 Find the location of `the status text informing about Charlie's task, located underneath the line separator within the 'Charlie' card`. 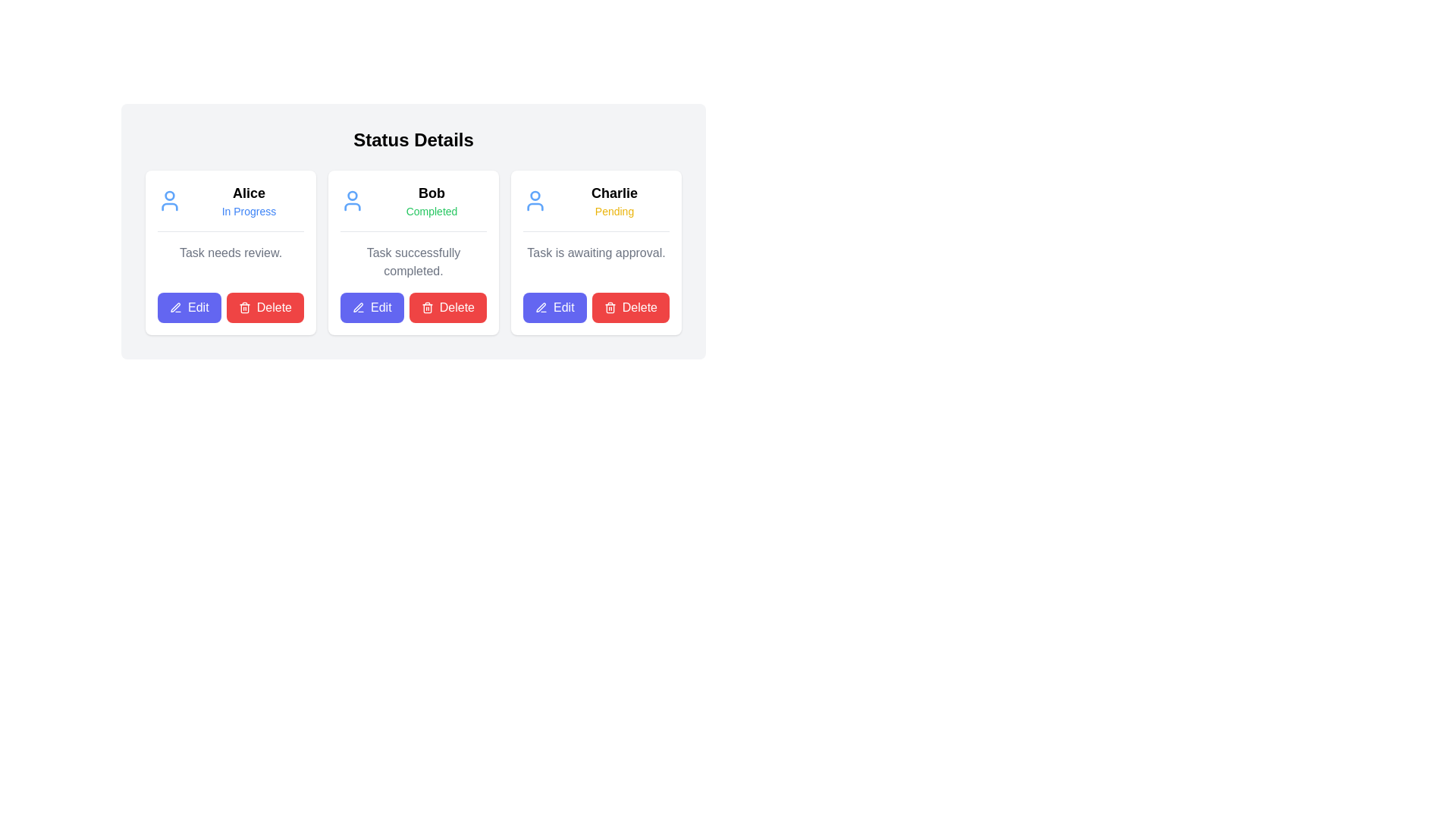

the status text informing about Charlie's task, located underneath the line separator within the 'Charlie' card is located at coordinates (595, 262).